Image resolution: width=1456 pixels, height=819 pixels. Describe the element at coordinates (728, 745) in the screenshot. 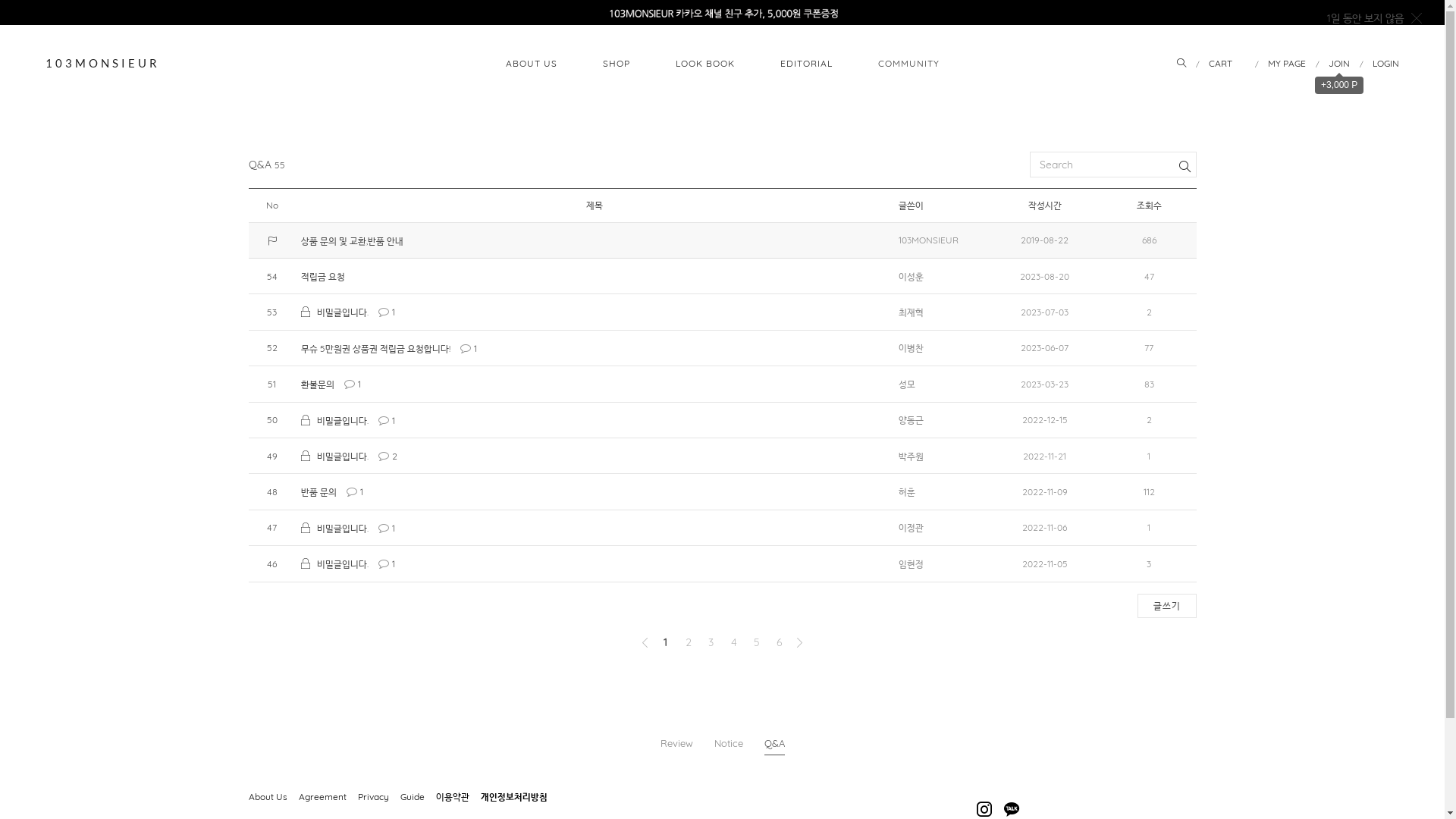

I see `'Notice'` at that location.